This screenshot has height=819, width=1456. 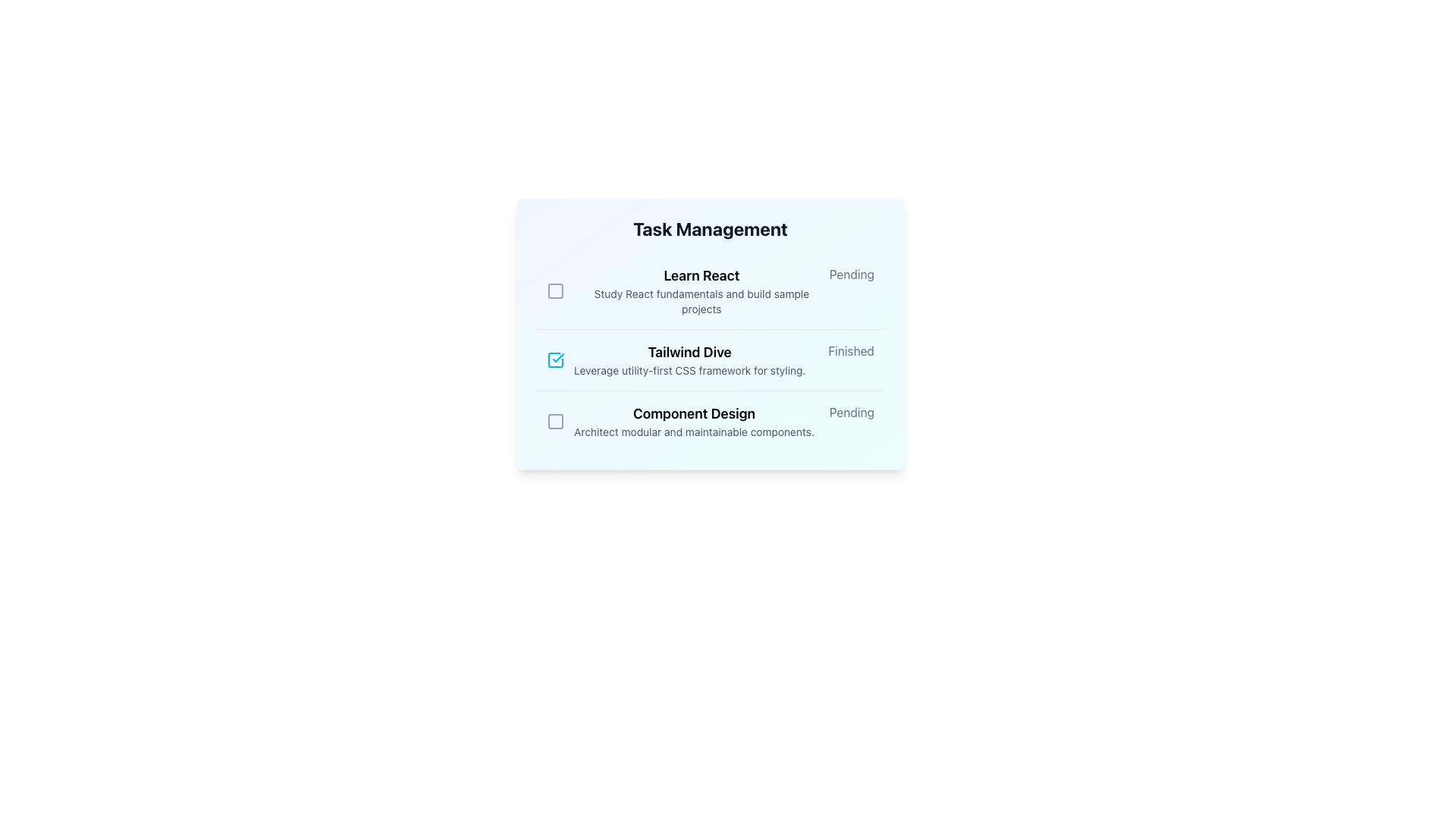 I want to click on the text label displaying 'Pending' in light gray color, located at the top-right side of the task entry labeled 'Learn React', so click(x=852, y=275).